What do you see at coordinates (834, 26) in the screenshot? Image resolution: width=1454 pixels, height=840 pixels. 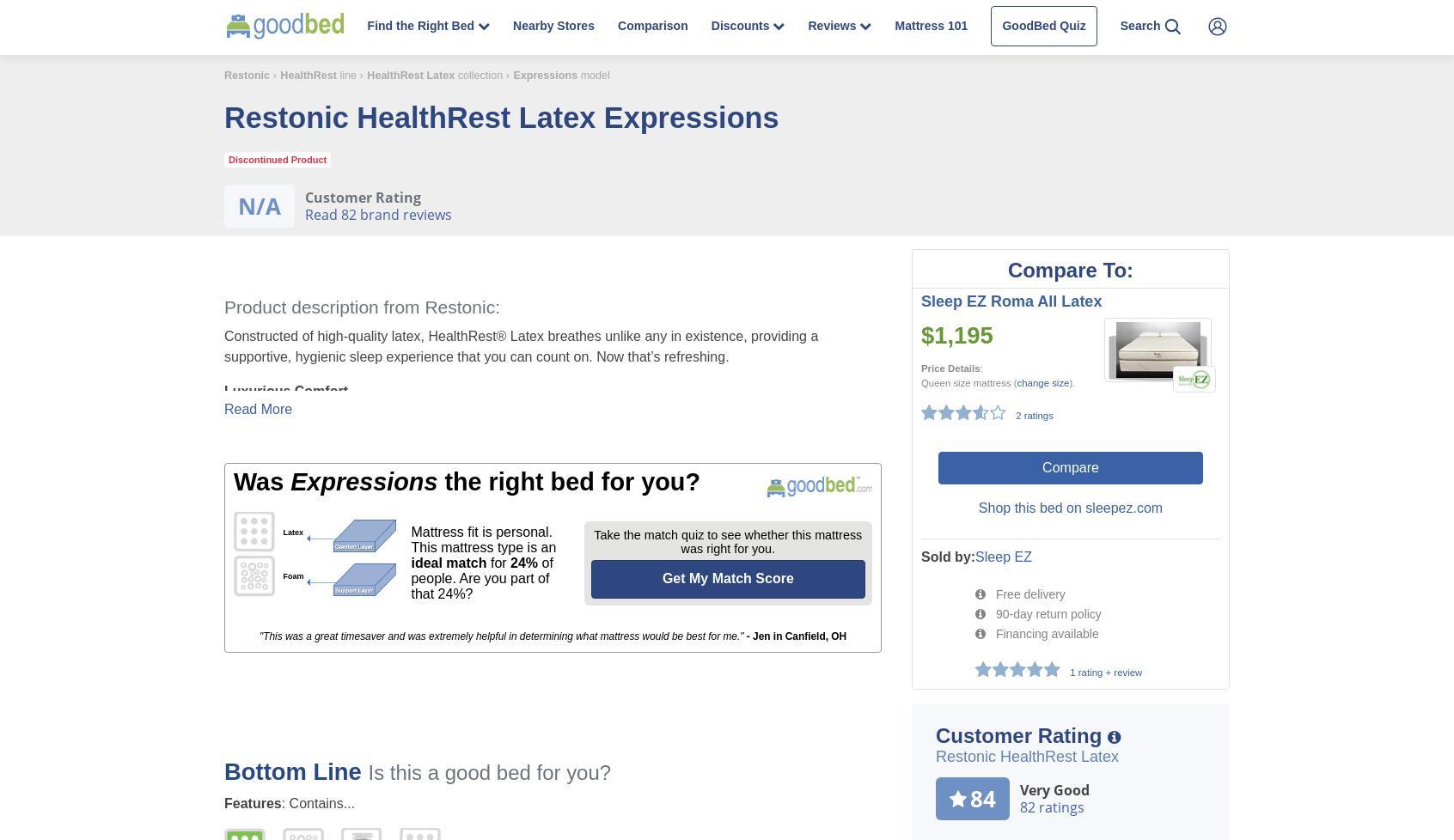 I see `'Reviews'` at bounding box center [834, 26].